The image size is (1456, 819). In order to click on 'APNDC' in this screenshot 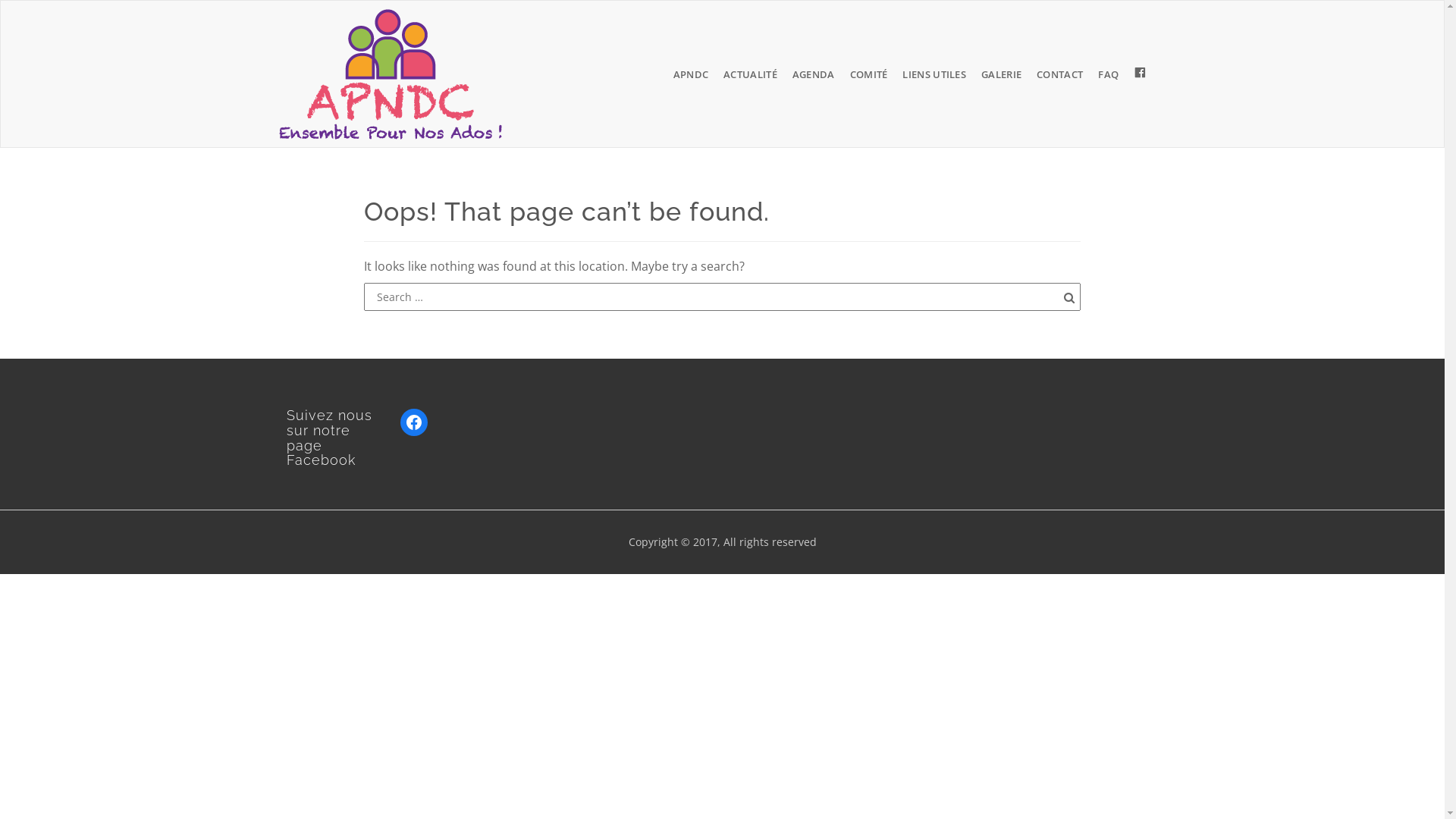, I will do `click(690, 74)`.